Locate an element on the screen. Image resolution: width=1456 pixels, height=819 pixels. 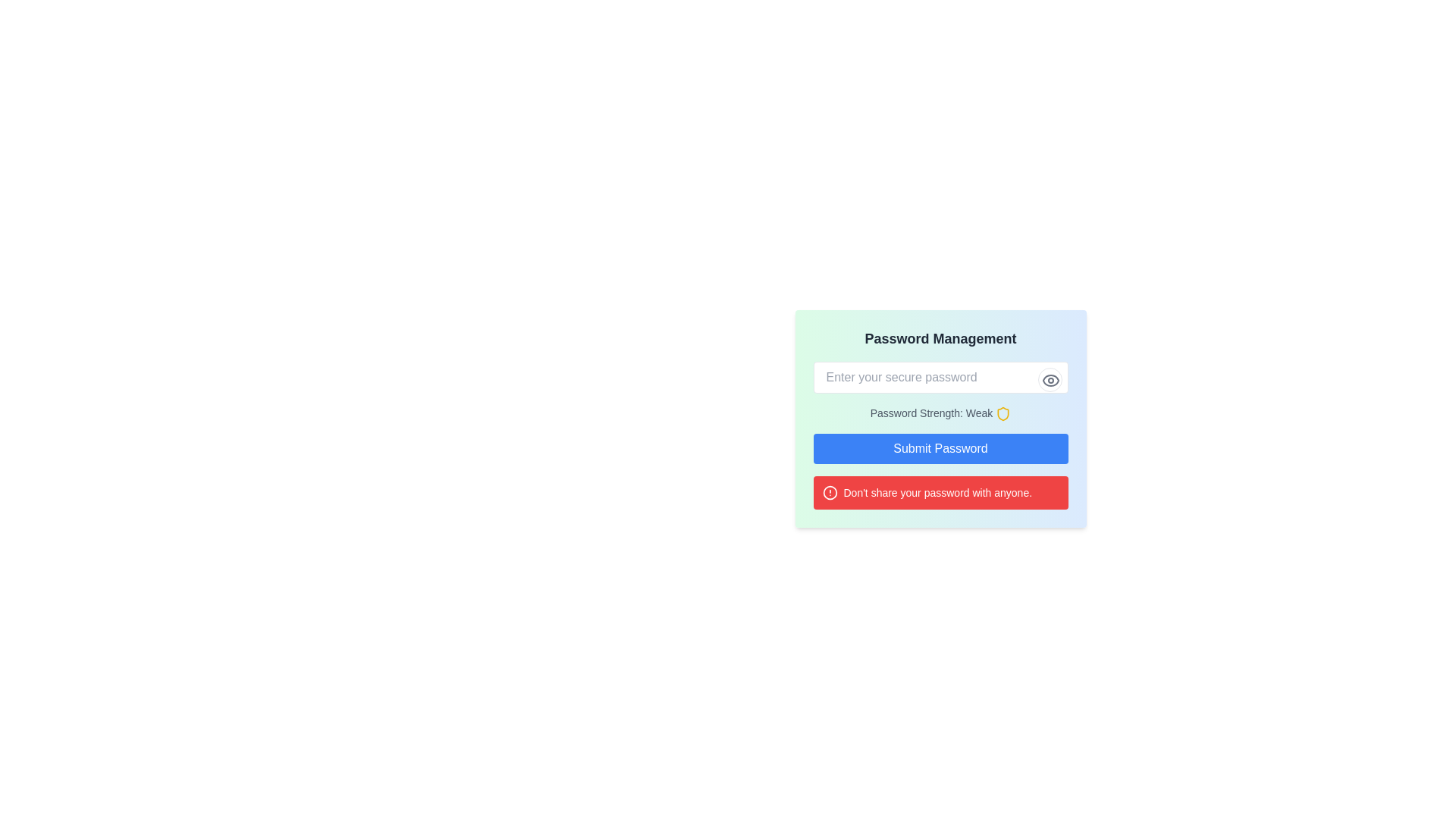
the SVG graphic icon representing the password strength, which is visually indicating 'Weak' strength, located to the left of the 'Password Strength: Weak' text label is located at coordinates (1003, 414).